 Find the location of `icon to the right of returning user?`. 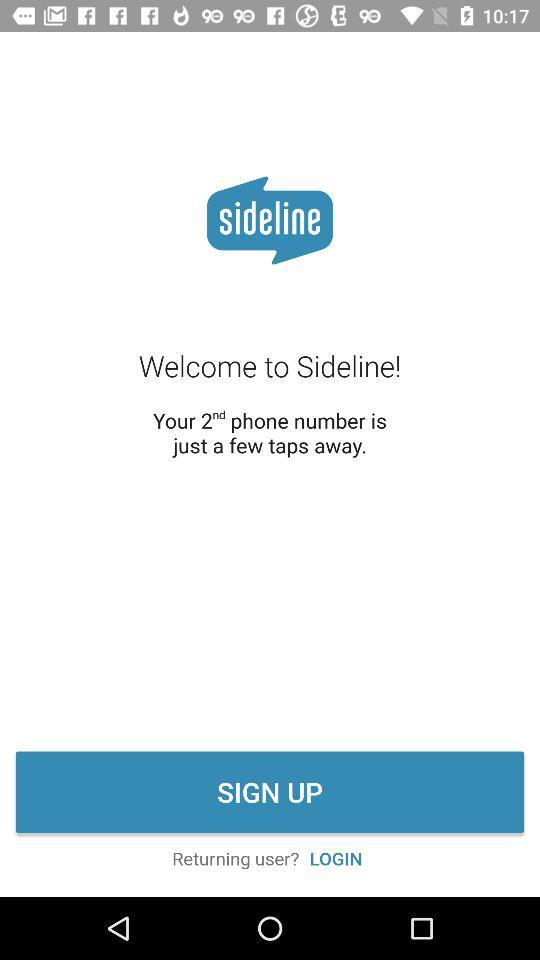

icon to the right of returning user? is located at coordinates (336, 857).